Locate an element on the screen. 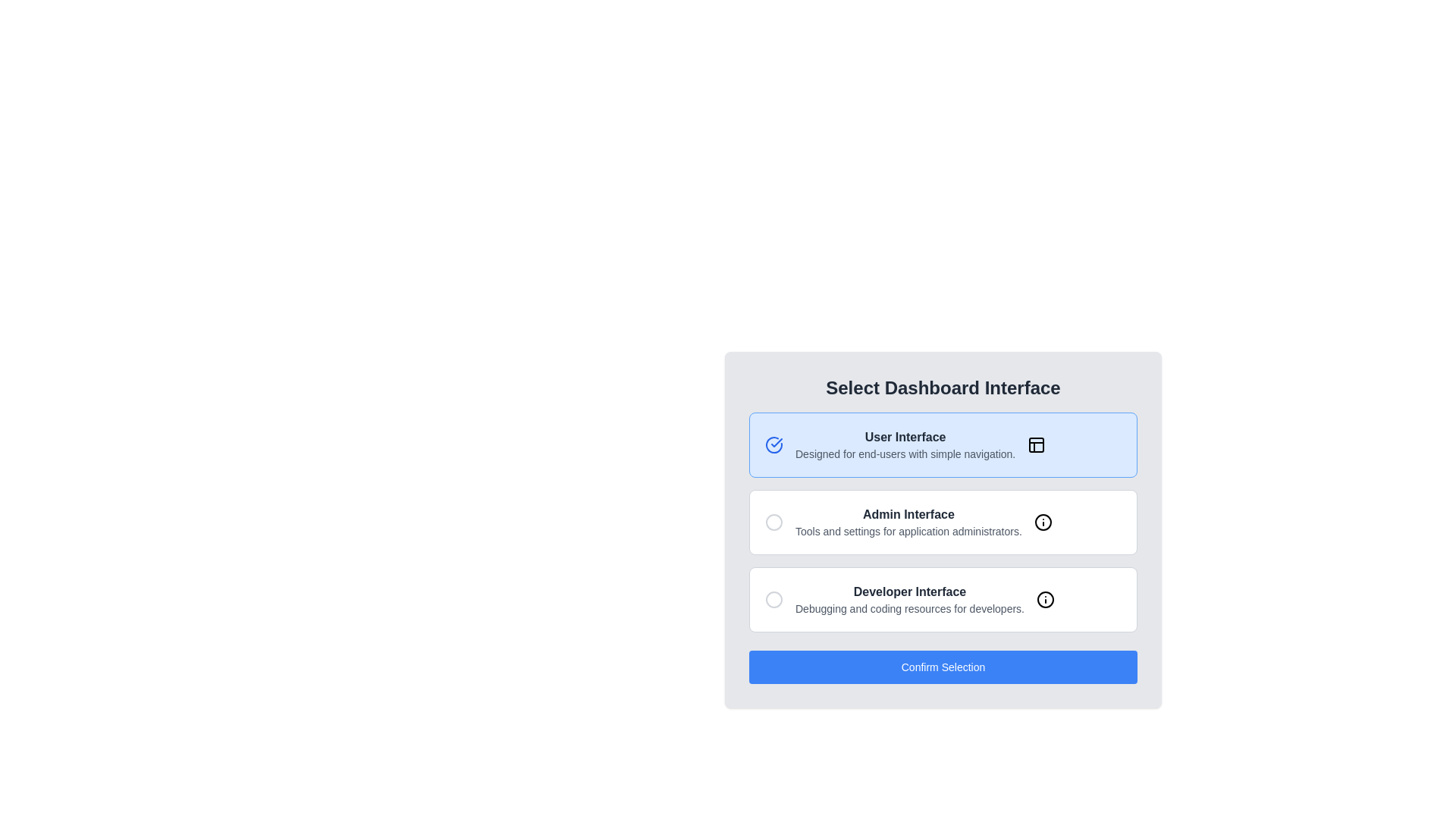  the solid circular graphic radio button styled with a gray fill and medium thickness border is located at coordinates (774, 522).